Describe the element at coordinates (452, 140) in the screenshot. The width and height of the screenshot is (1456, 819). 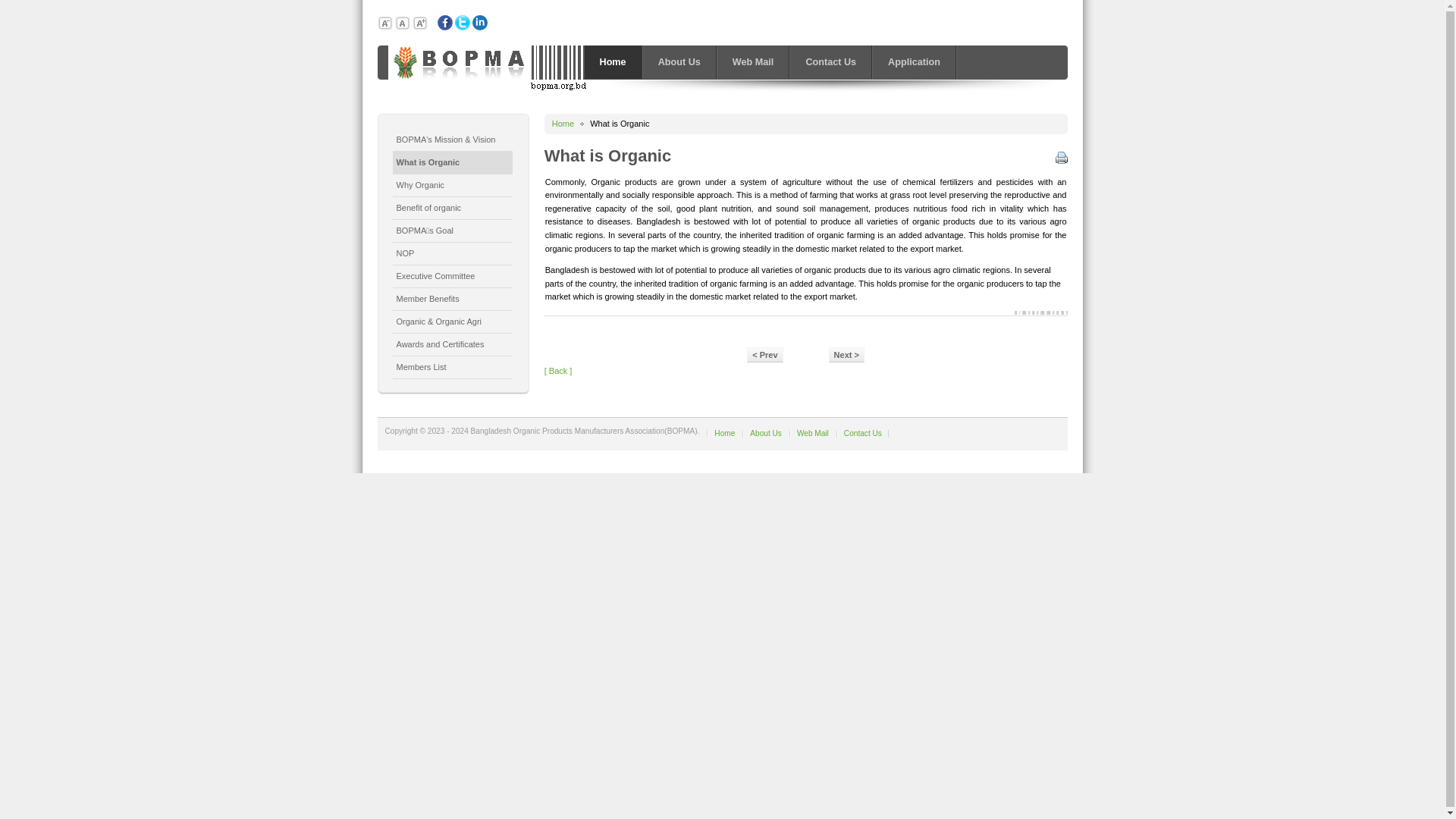
I see `'BOPMA's Mission & Vision'` at that location.